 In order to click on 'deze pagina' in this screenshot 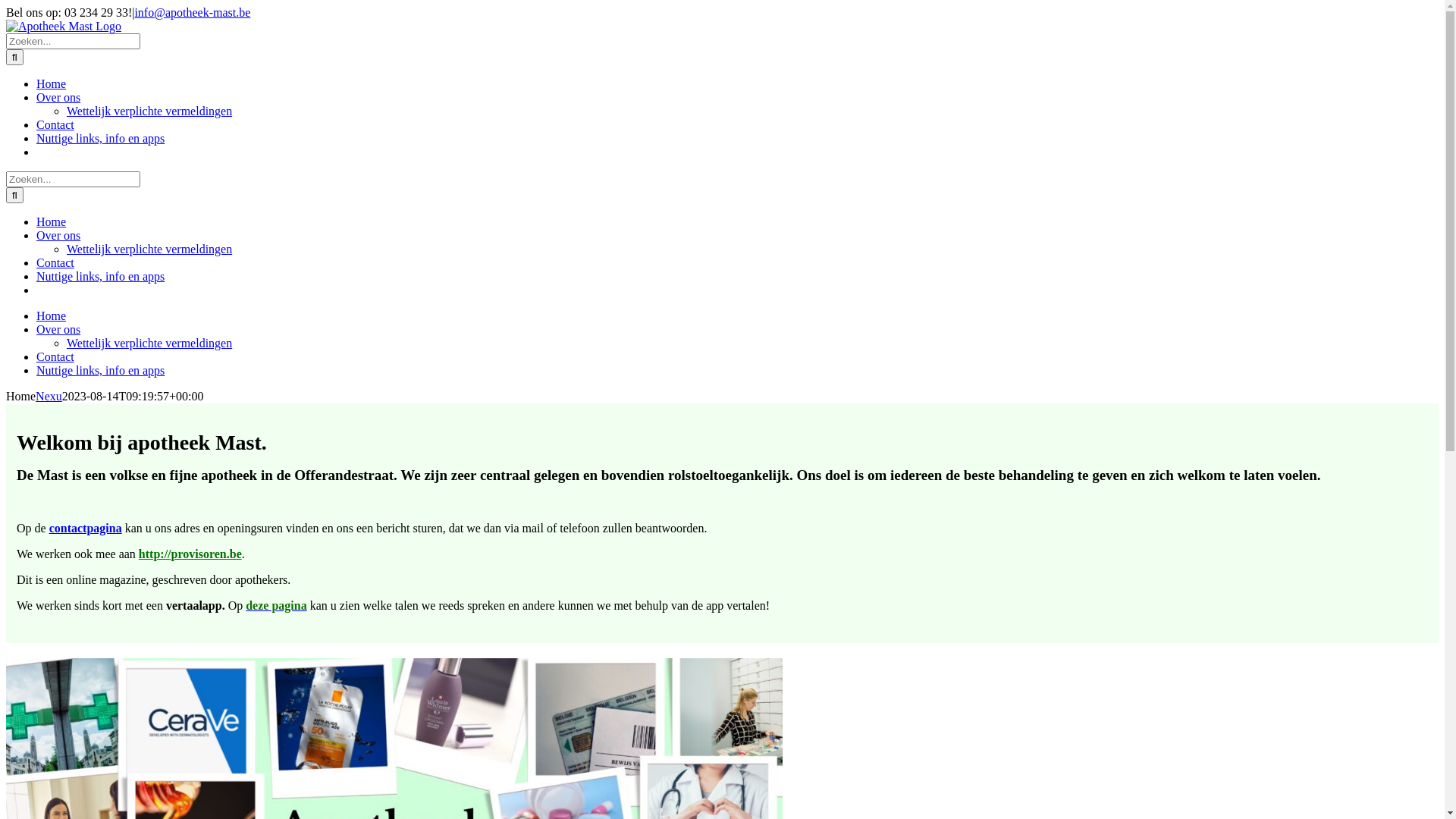, I will do `click(276, 604)`.